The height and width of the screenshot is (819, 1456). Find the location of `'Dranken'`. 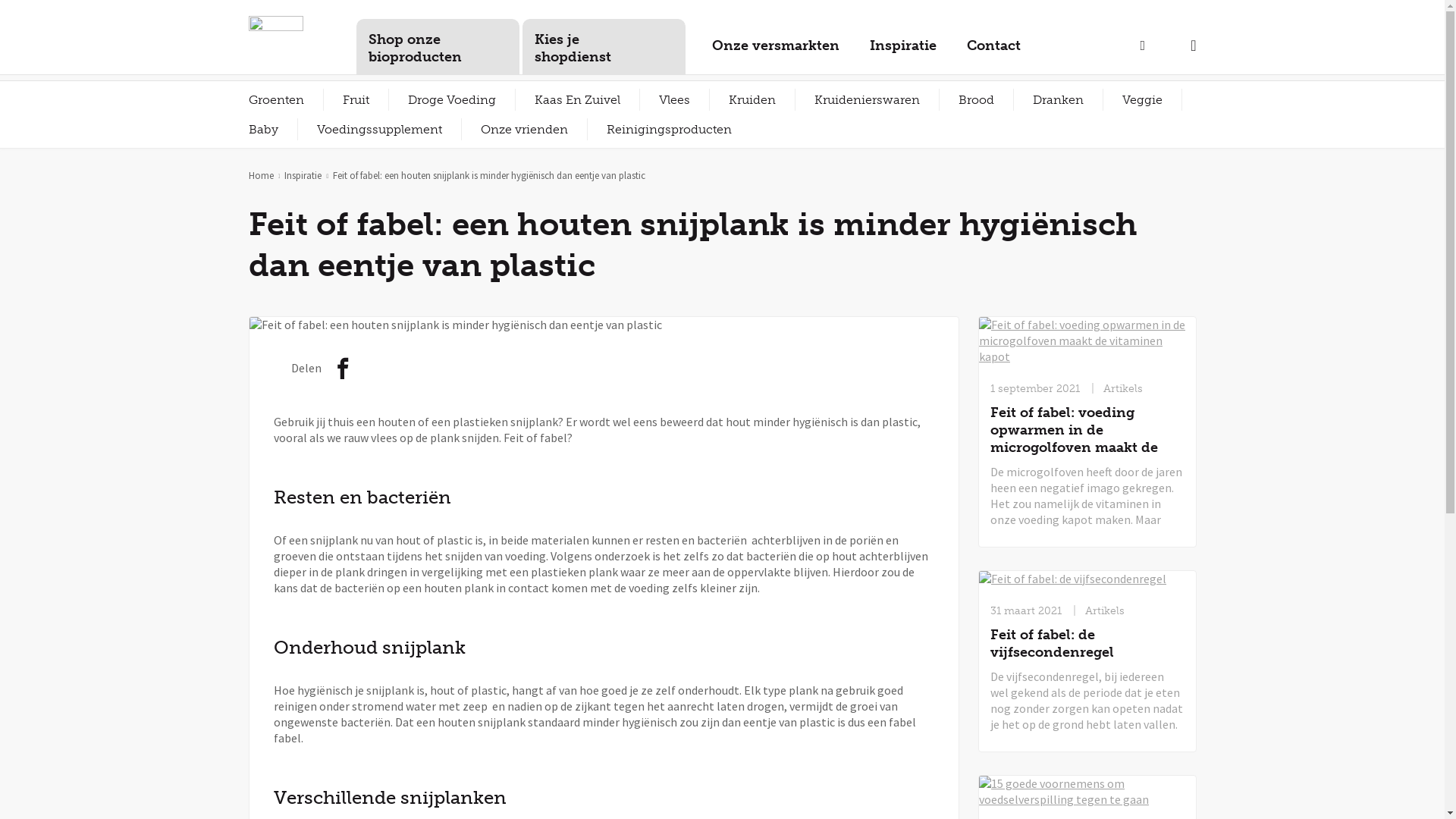

'Dranken' is located at coordinates (1012, 99).